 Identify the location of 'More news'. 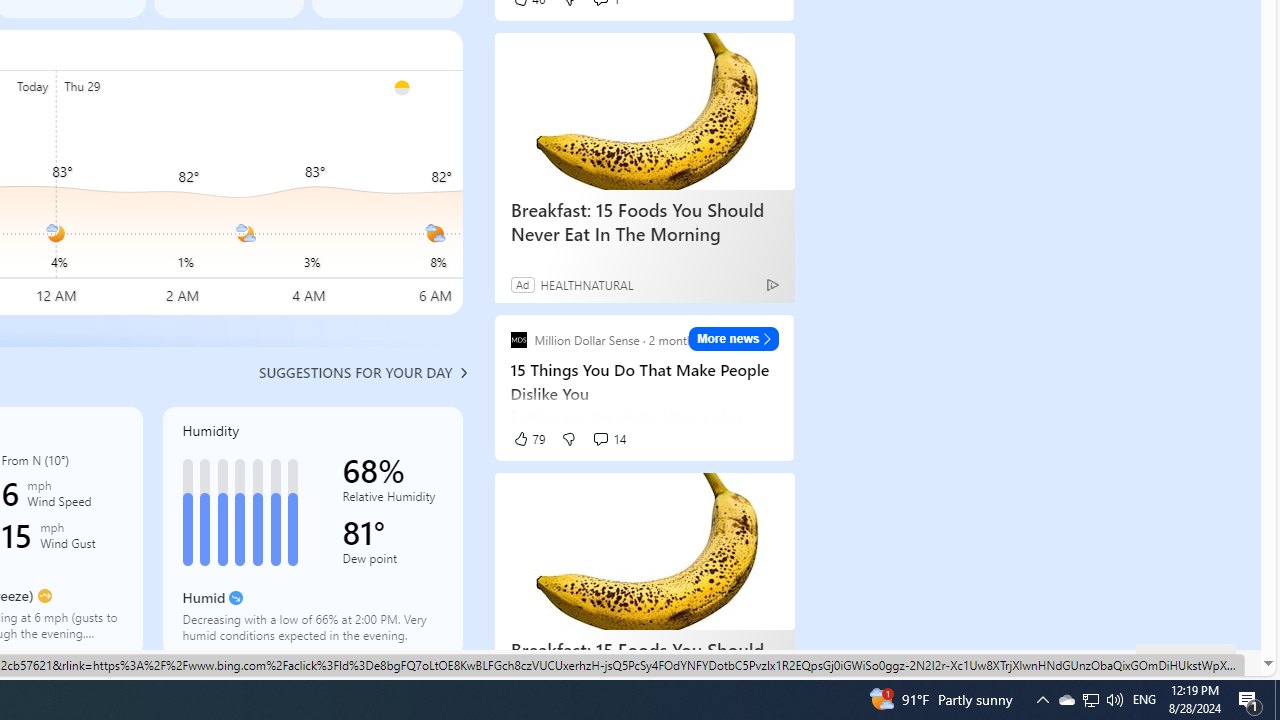
(733, 338).